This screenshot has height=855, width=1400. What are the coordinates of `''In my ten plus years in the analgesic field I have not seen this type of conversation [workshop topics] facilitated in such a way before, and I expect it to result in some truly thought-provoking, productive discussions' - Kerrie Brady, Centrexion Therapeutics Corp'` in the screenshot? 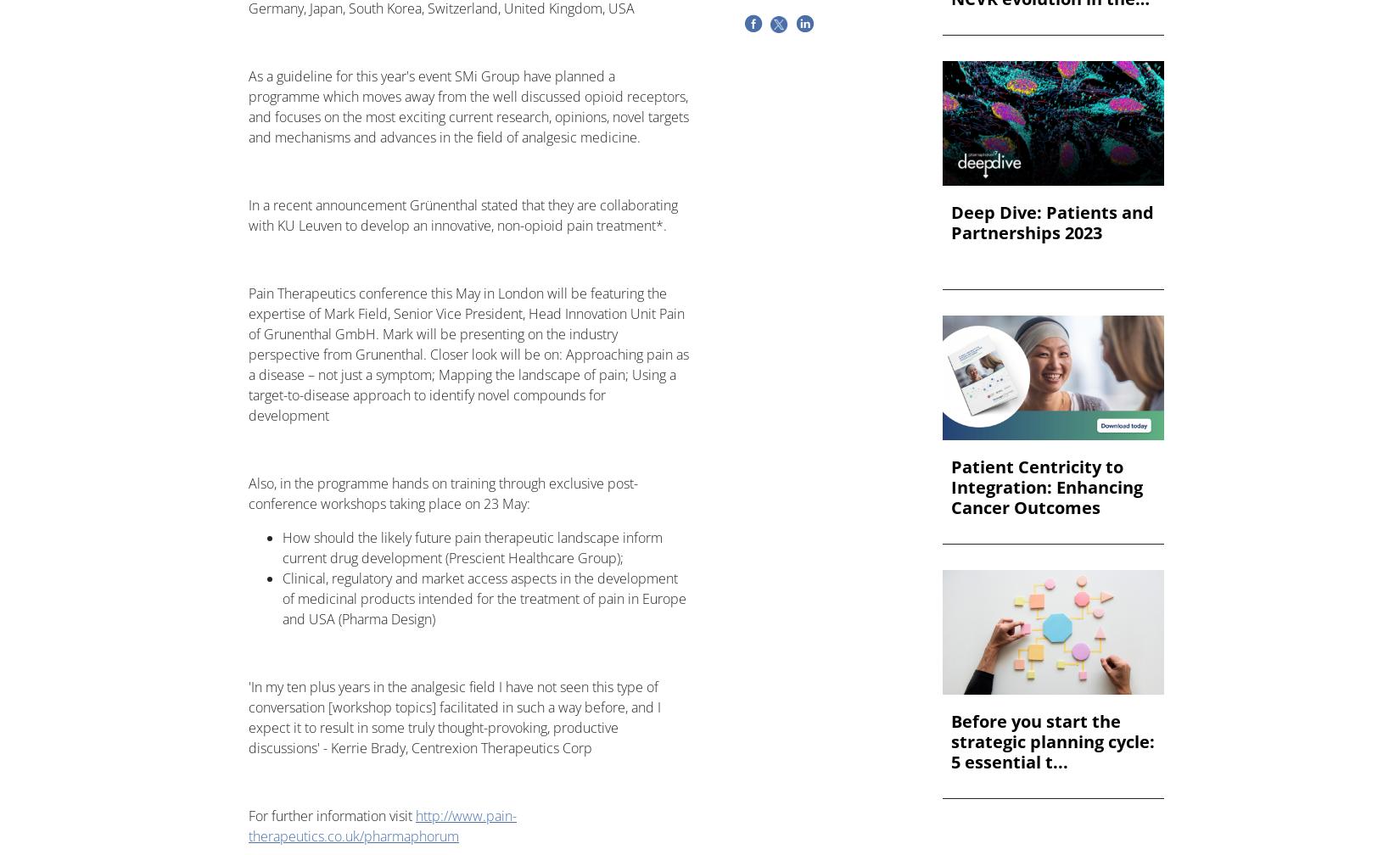 It's located at (249, 718).